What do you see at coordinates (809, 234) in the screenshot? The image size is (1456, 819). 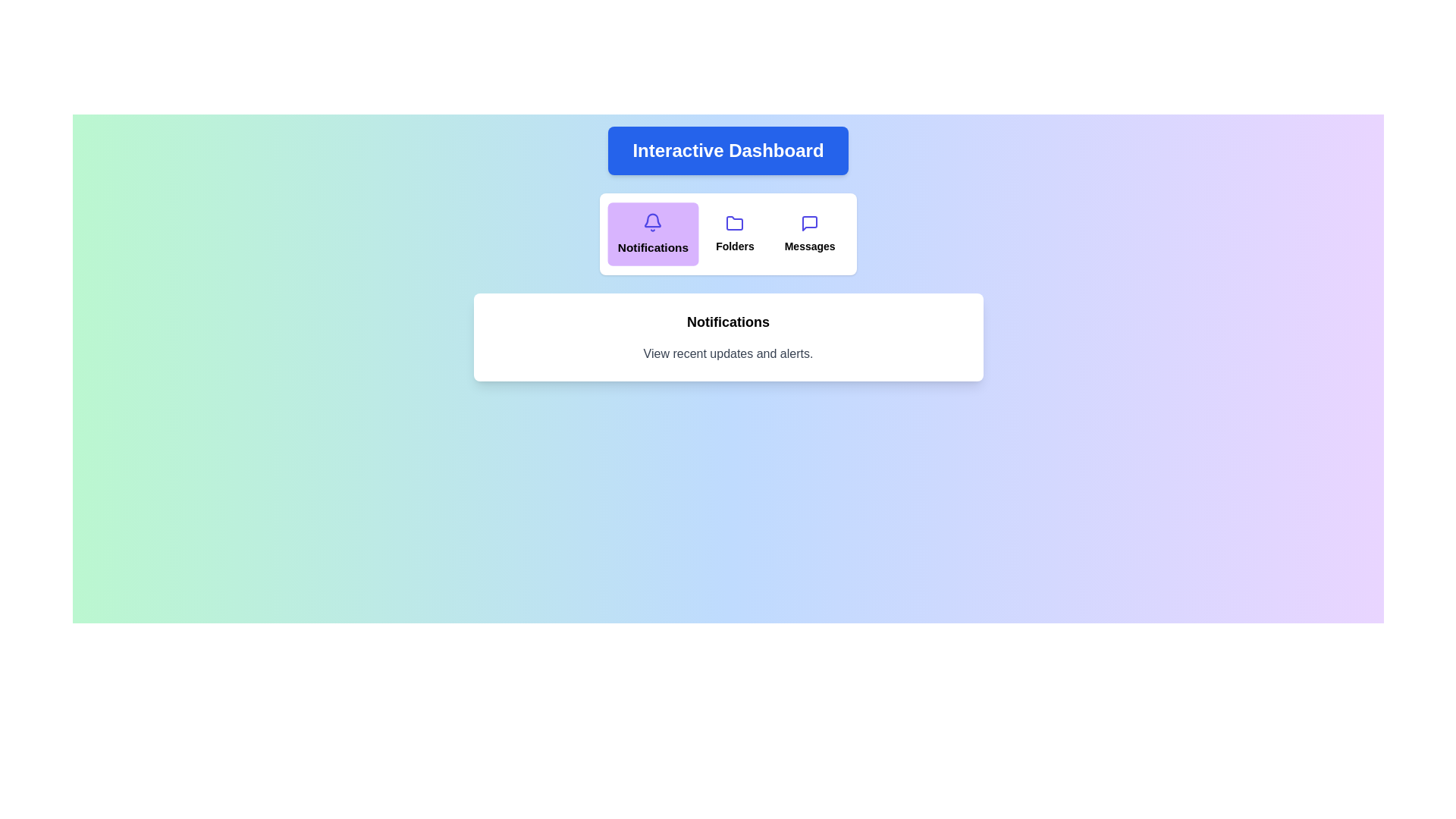 I see `the section labeled 'Messages' by clicking the corresponding button` at bounding box center [809, 234].